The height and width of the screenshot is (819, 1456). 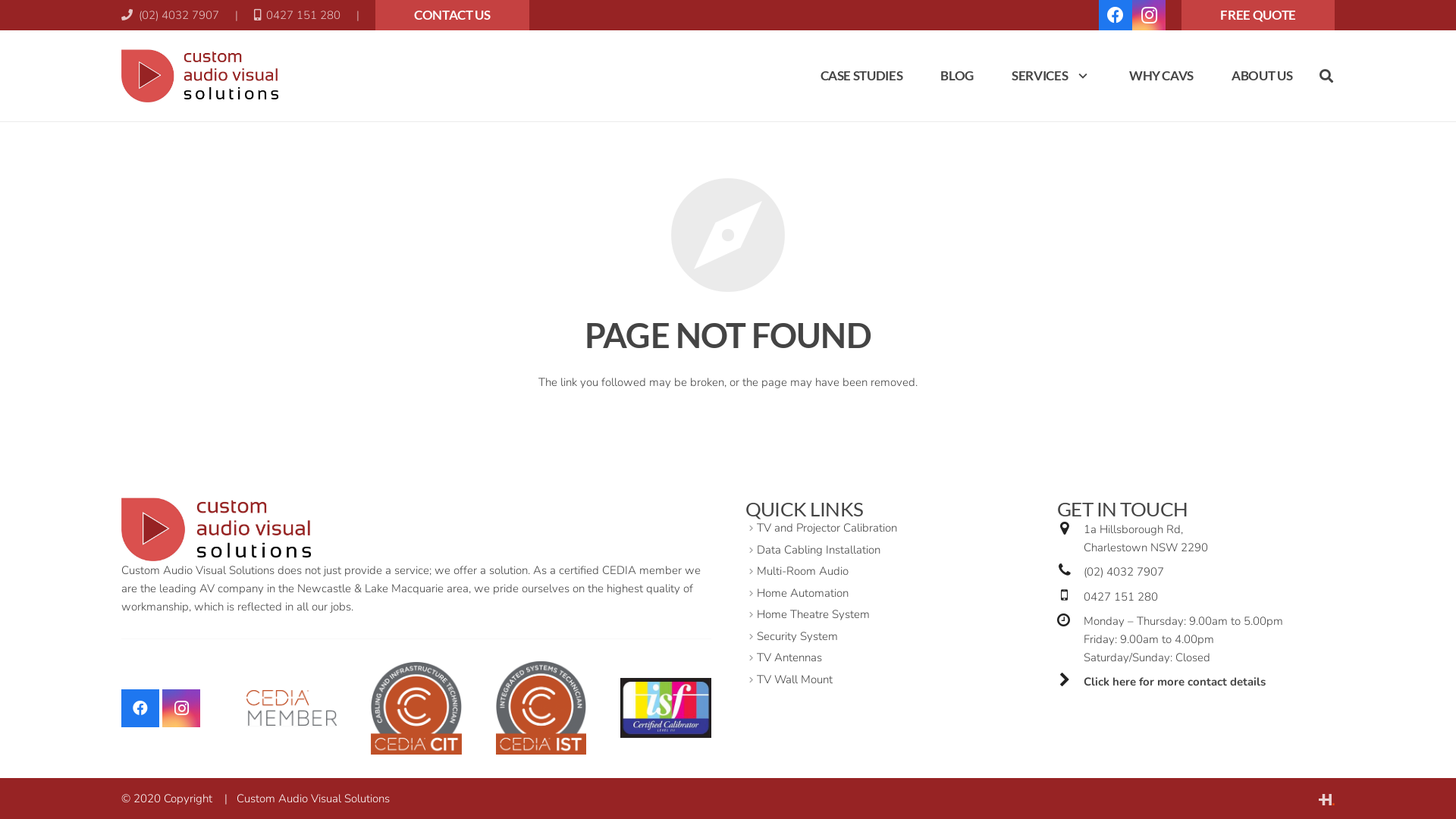 What do you see at coordinates (993, 76) in the screenshot?
I see `'SERVICES'` at bounding box center [993, 76].